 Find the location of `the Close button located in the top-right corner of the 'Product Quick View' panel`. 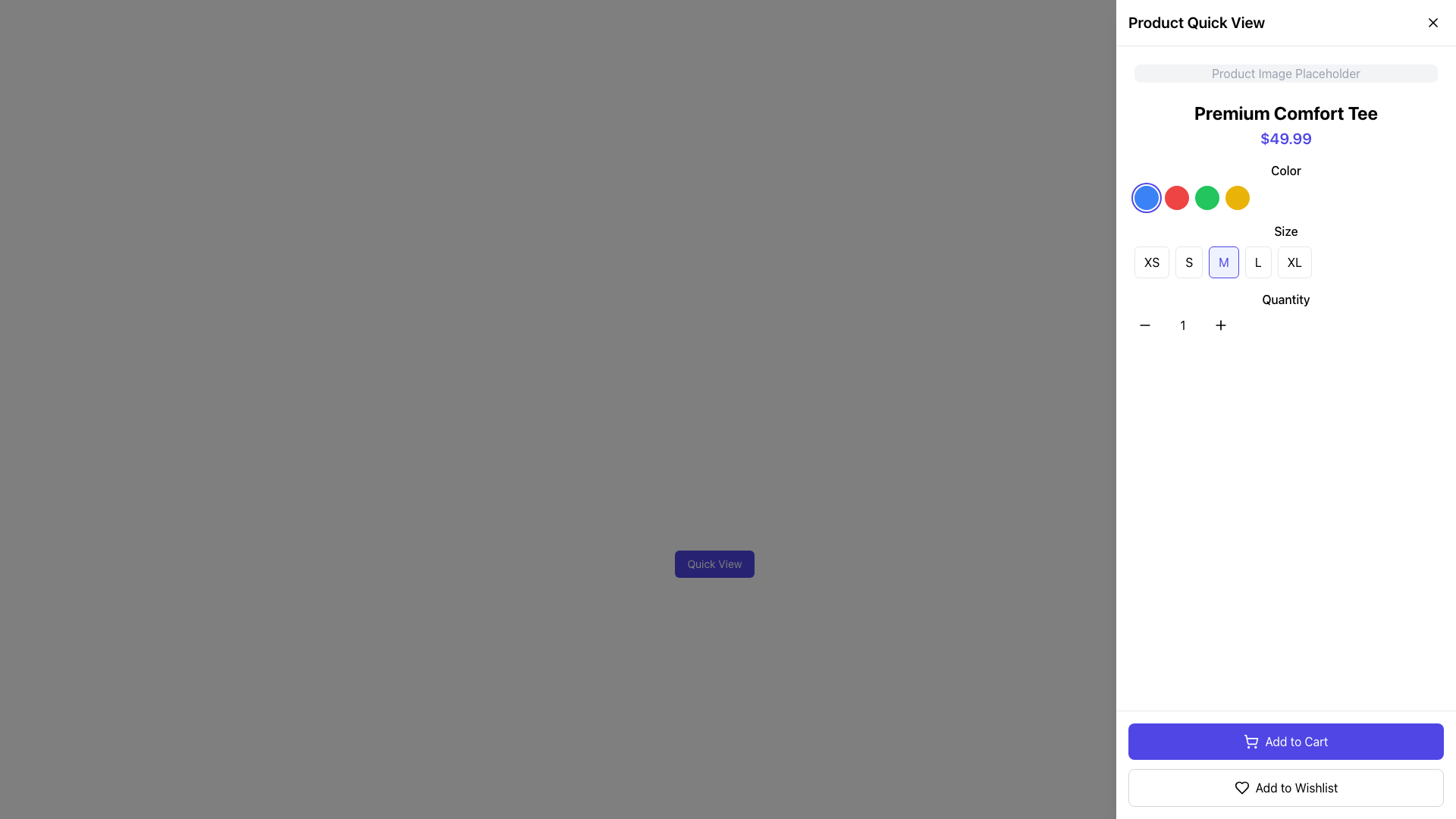

the Close button located in the top-right corner of the 'Product Quick View' panel is located at coordinates (1432, 23).